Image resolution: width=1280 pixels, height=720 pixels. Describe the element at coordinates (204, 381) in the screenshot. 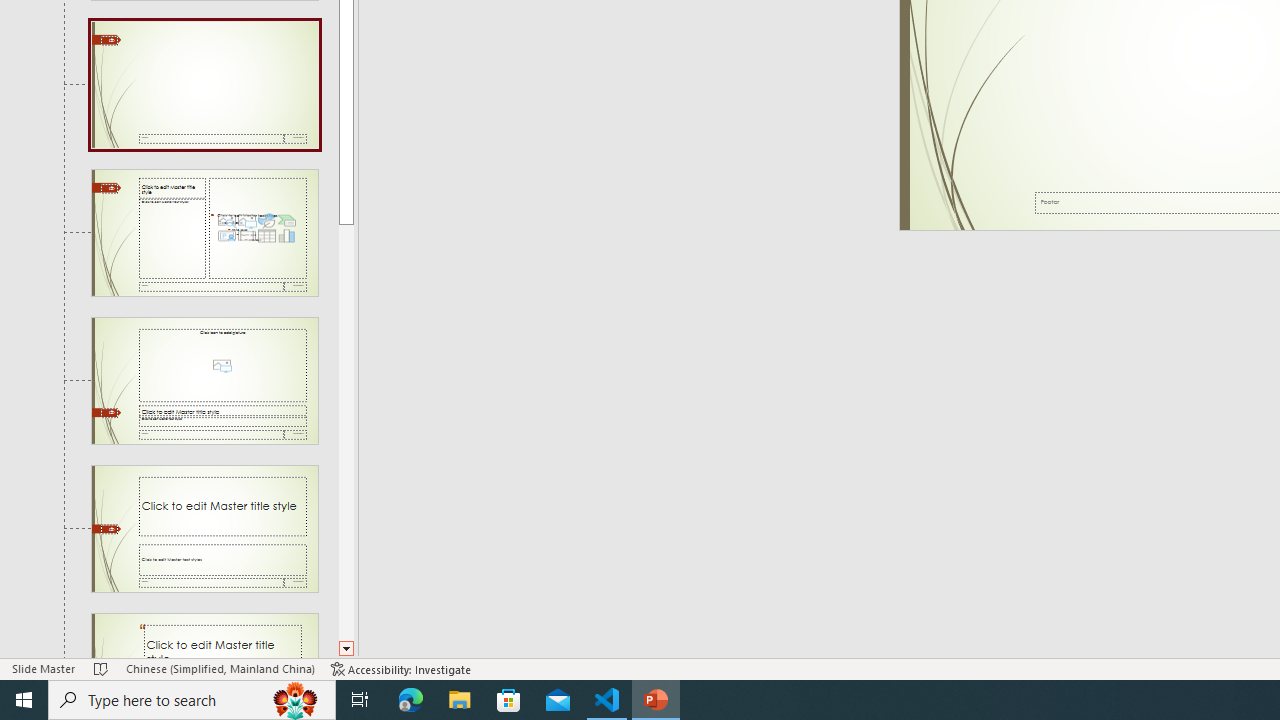

I see `'Slide Picture with Caption Layout: used by no slides'` at that location.